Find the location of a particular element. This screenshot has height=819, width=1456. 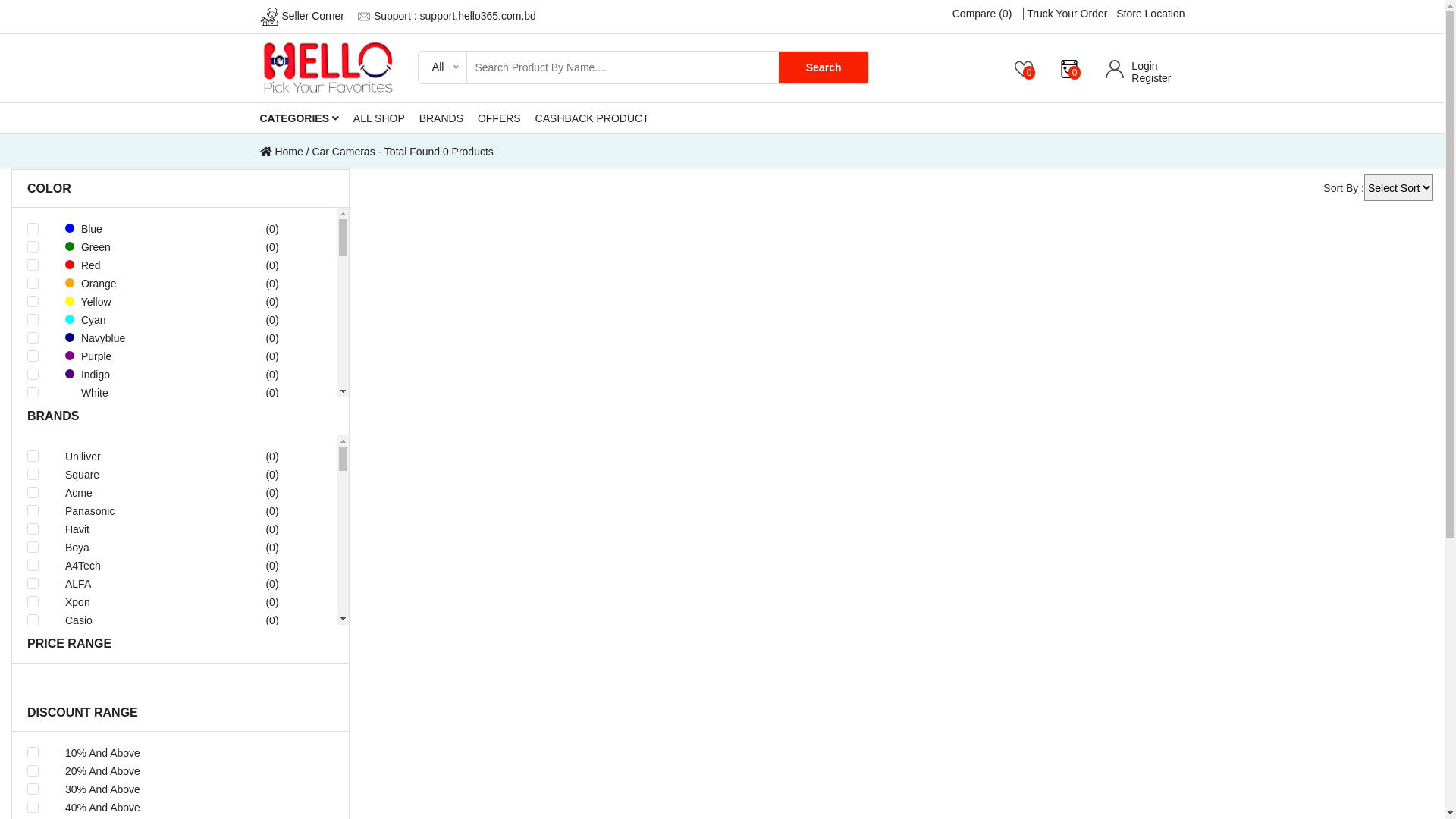

'Acme' is located at coordinates (142, 493).